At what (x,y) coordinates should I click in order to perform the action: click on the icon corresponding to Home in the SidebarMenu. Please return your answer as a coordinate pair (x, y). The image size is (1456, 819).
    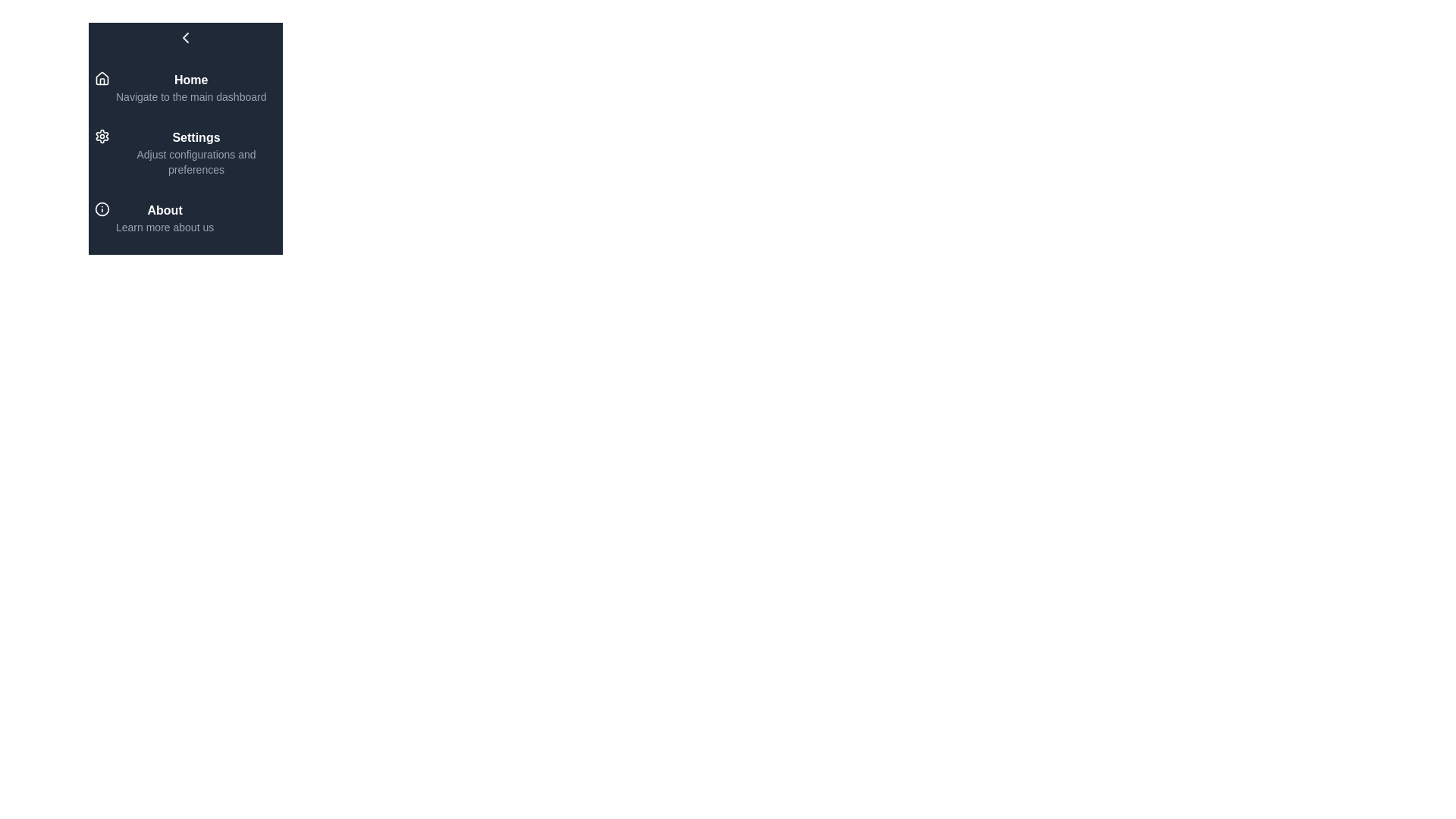
    Looking at the image, I should click on (101, 79).